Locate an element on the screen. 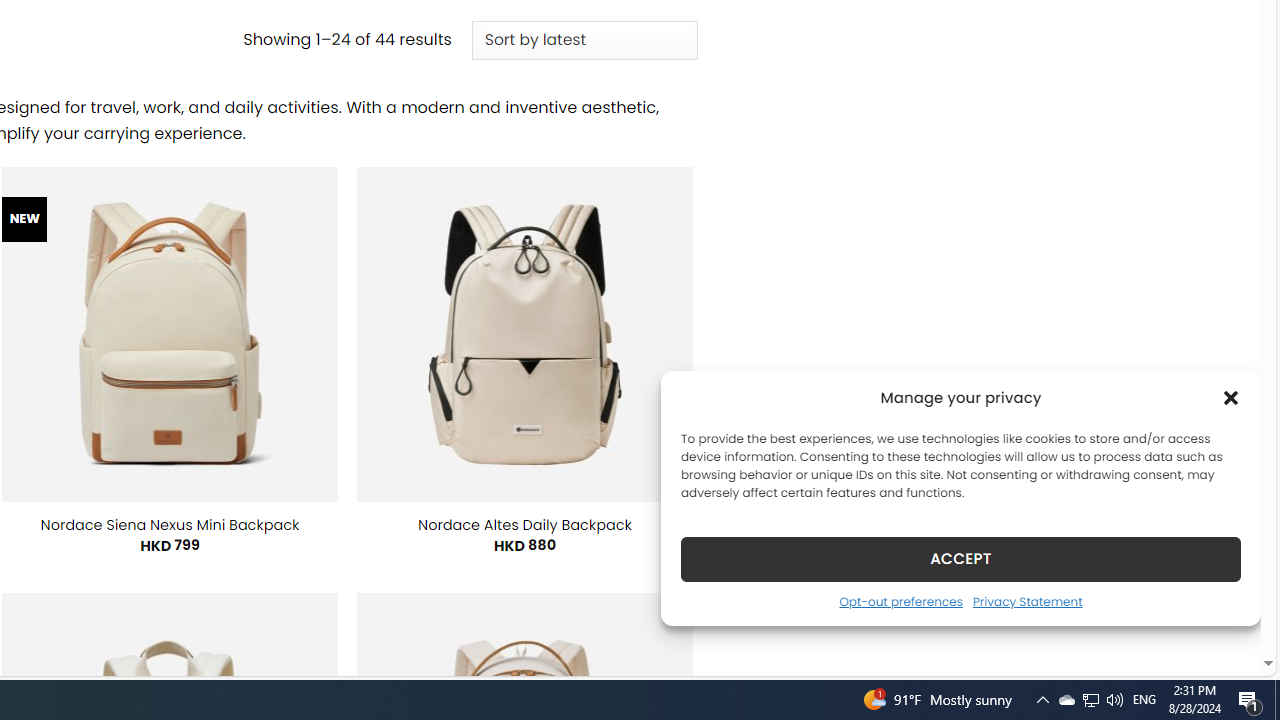 The width and height of the screenshot is (1280, 720). 'Nordace Siena Nexus Mini Backpack' is located at coordinates (169, 523).